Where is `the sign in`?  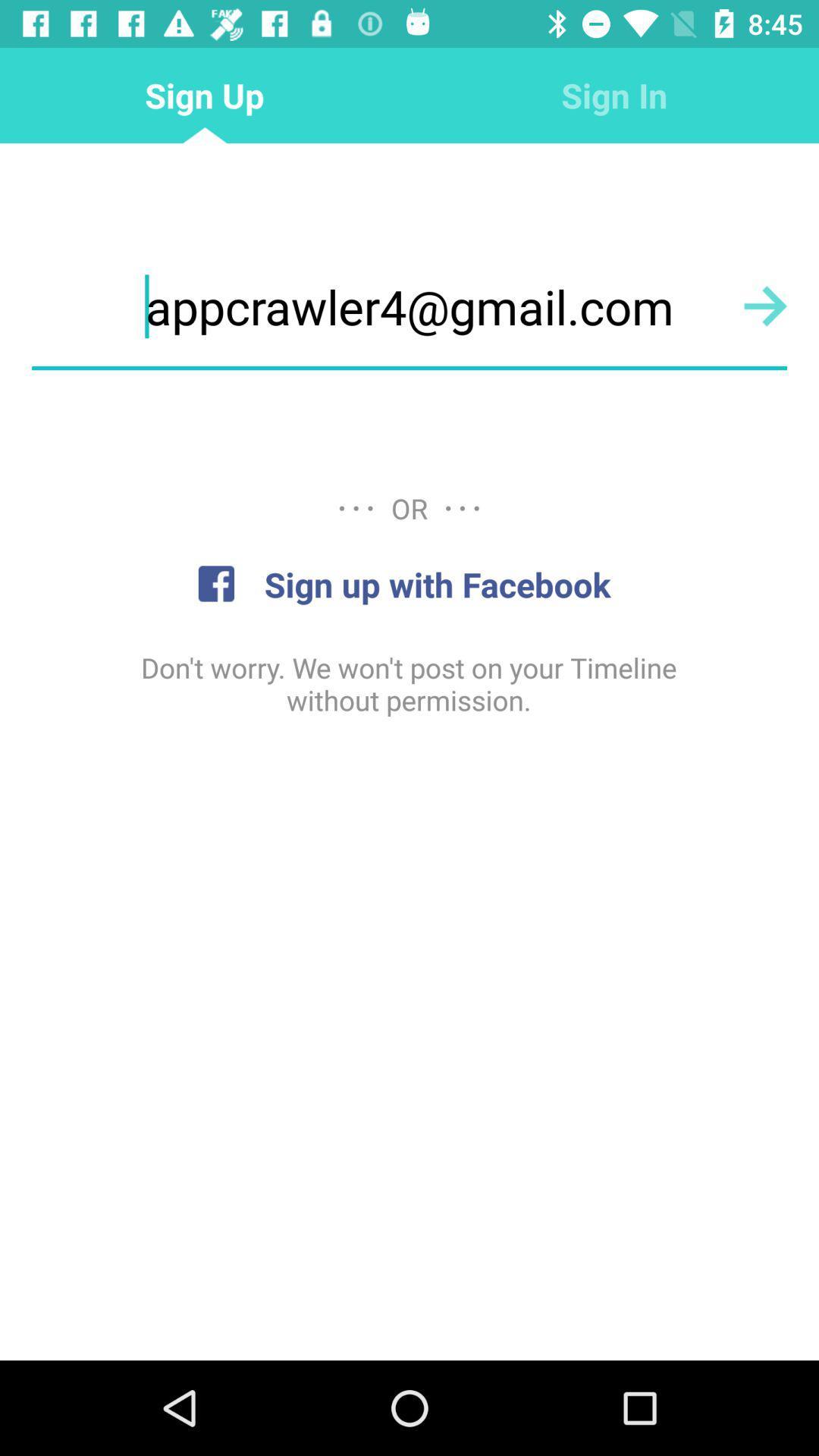
the sign in is located at coordinates (614, 94).